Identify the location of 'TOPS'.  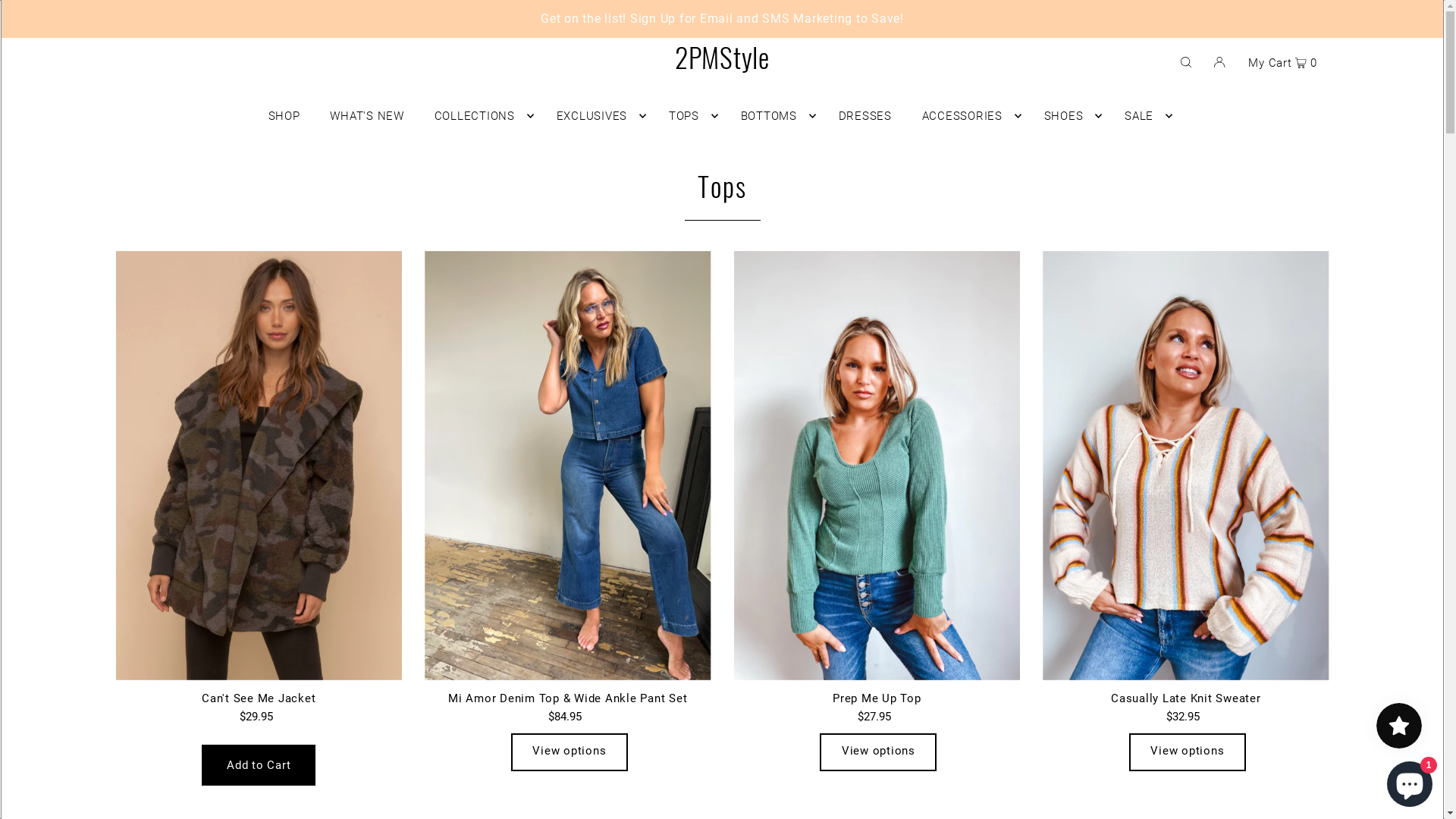
(689, 115).